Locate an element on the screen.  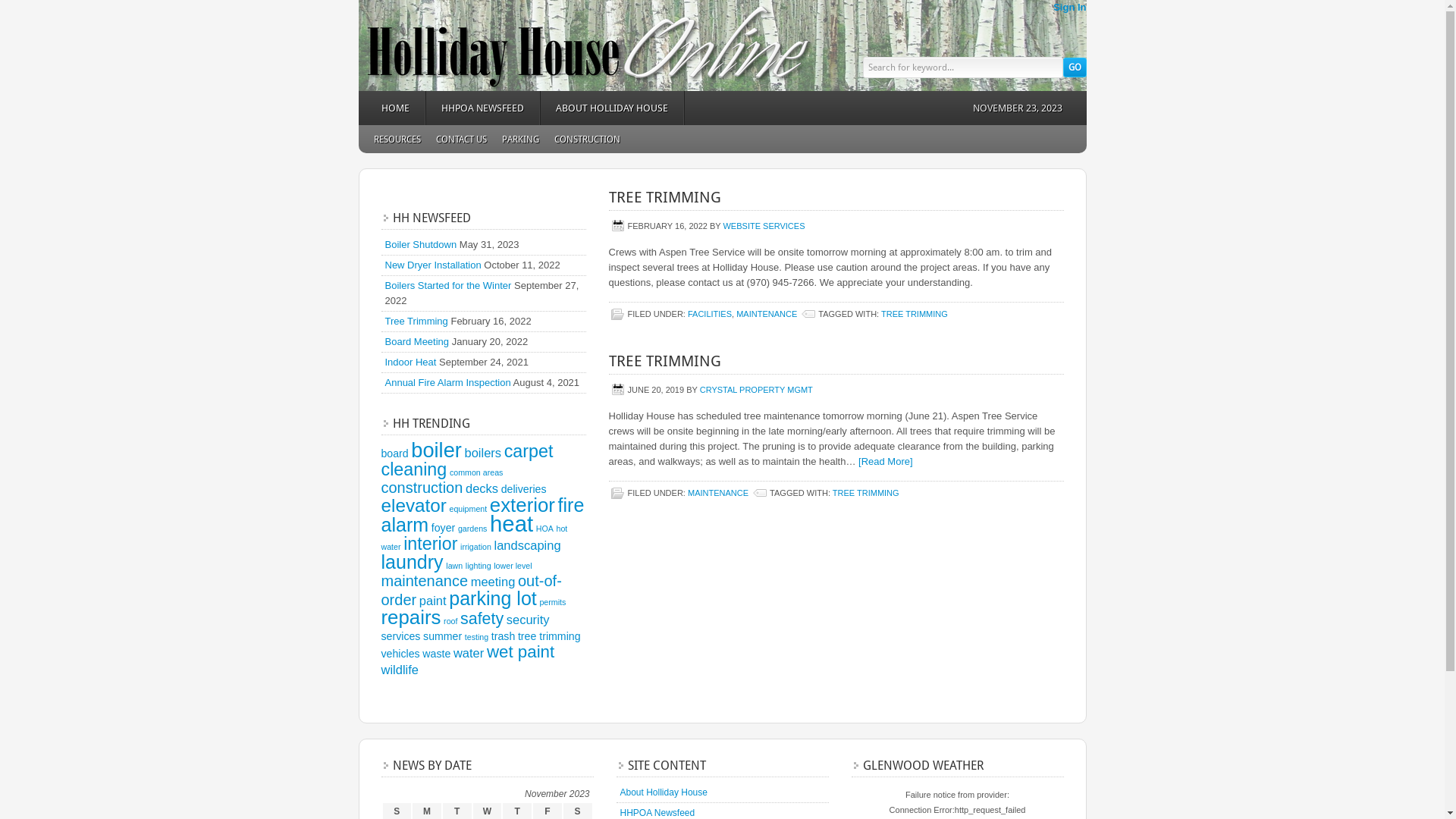
'services' is located at coordinates (400, 636).